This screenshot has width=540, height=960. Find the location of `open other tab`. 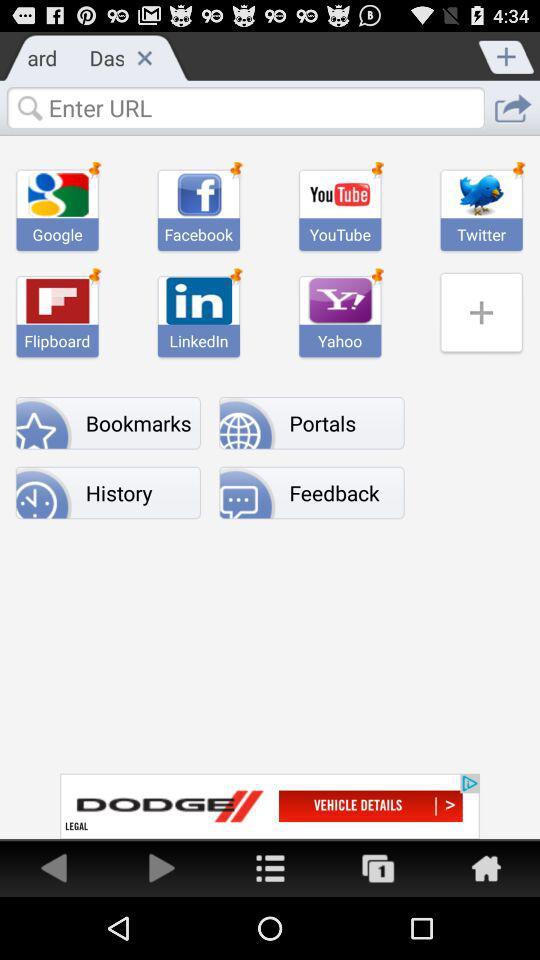

open other tab is located at coordinates (378, 866).